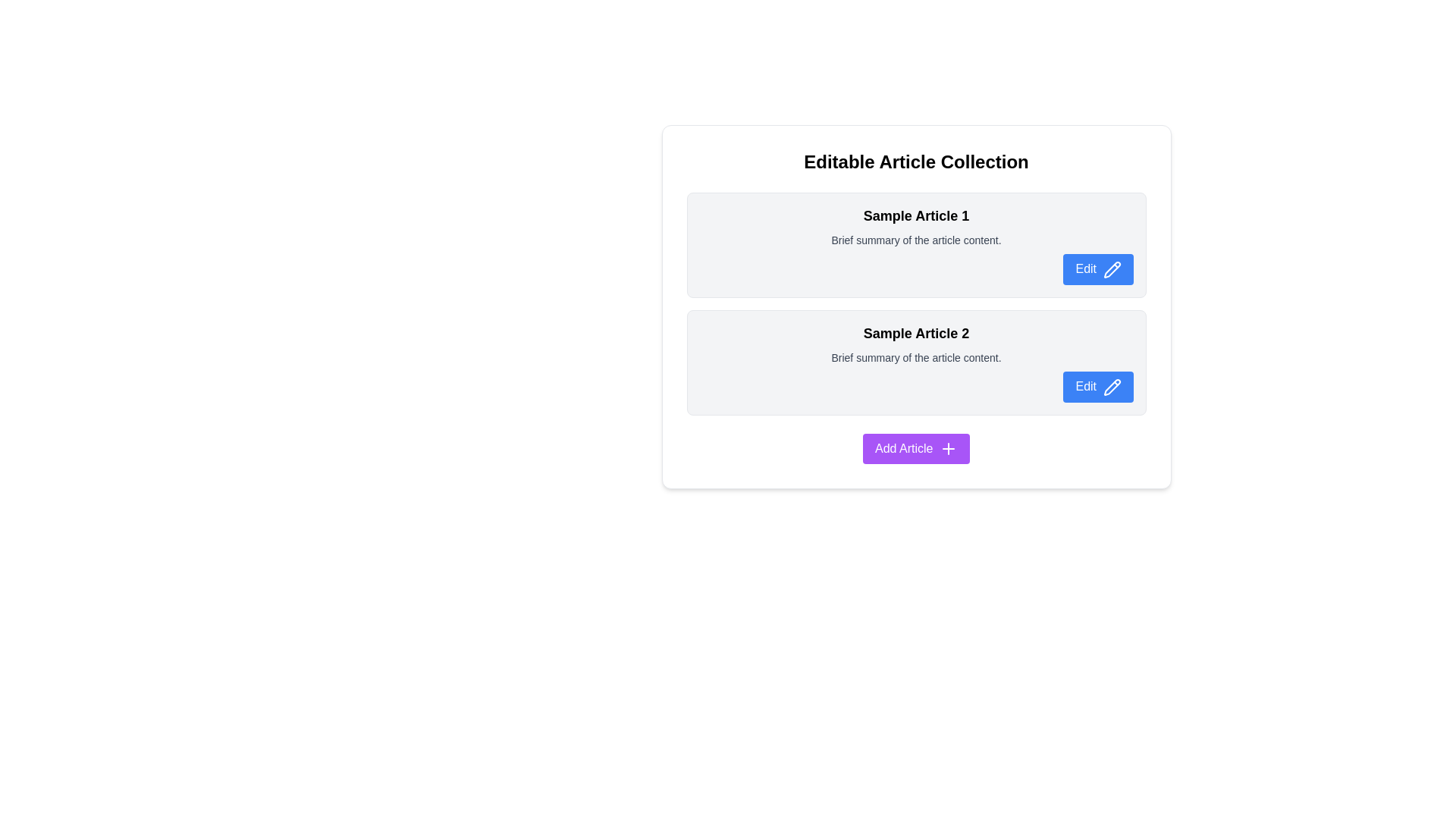  Describe the element at coordinates (947, 448) in the screenshot. I see `the plus sign icon inside the circle with a purple background located to the right of the 'Add Article' button below the article list` at that location.